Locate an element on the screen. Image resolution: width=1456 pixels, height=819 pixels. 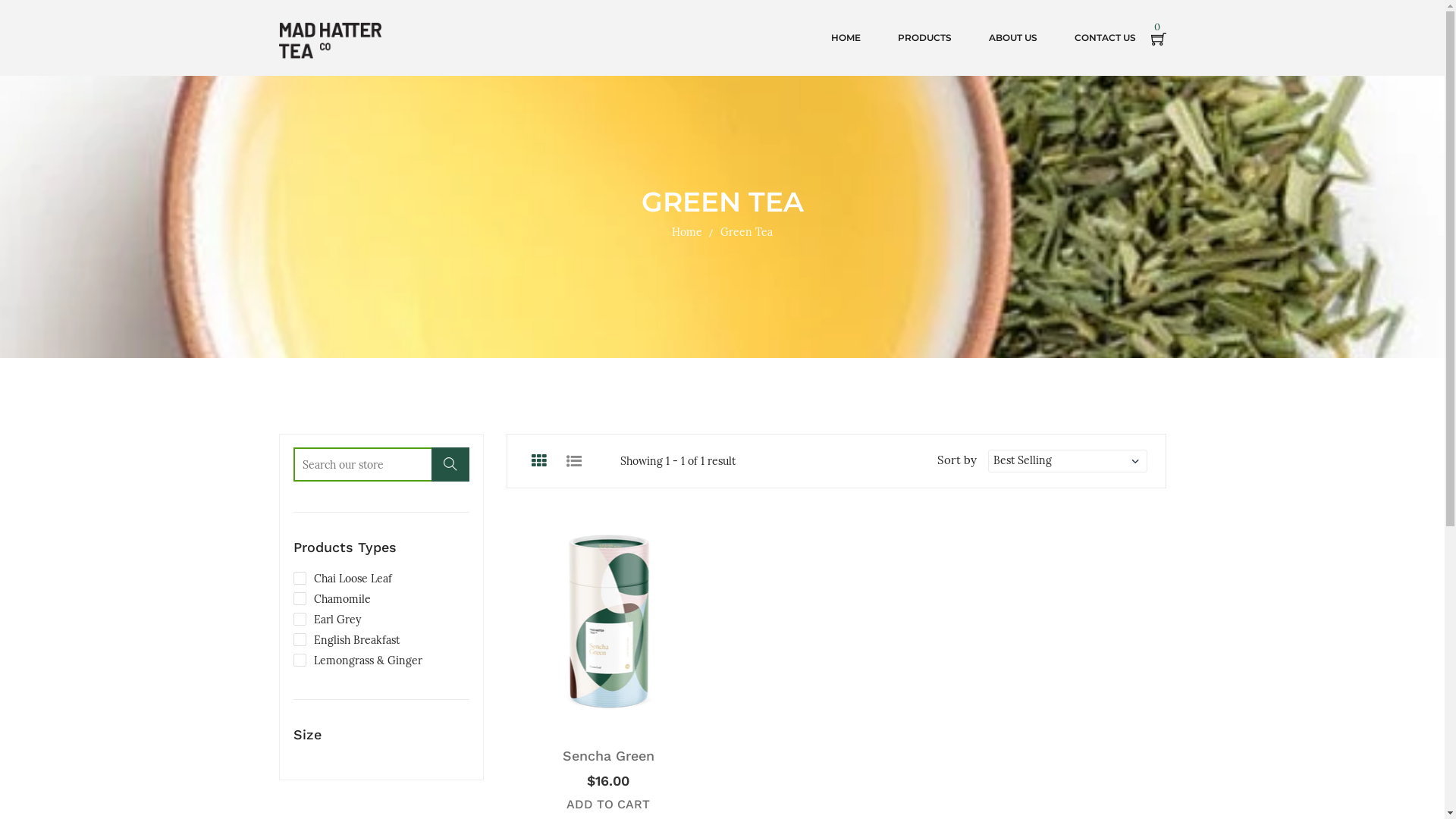
'CONTACT US' is located at coordinates (1104, 37).